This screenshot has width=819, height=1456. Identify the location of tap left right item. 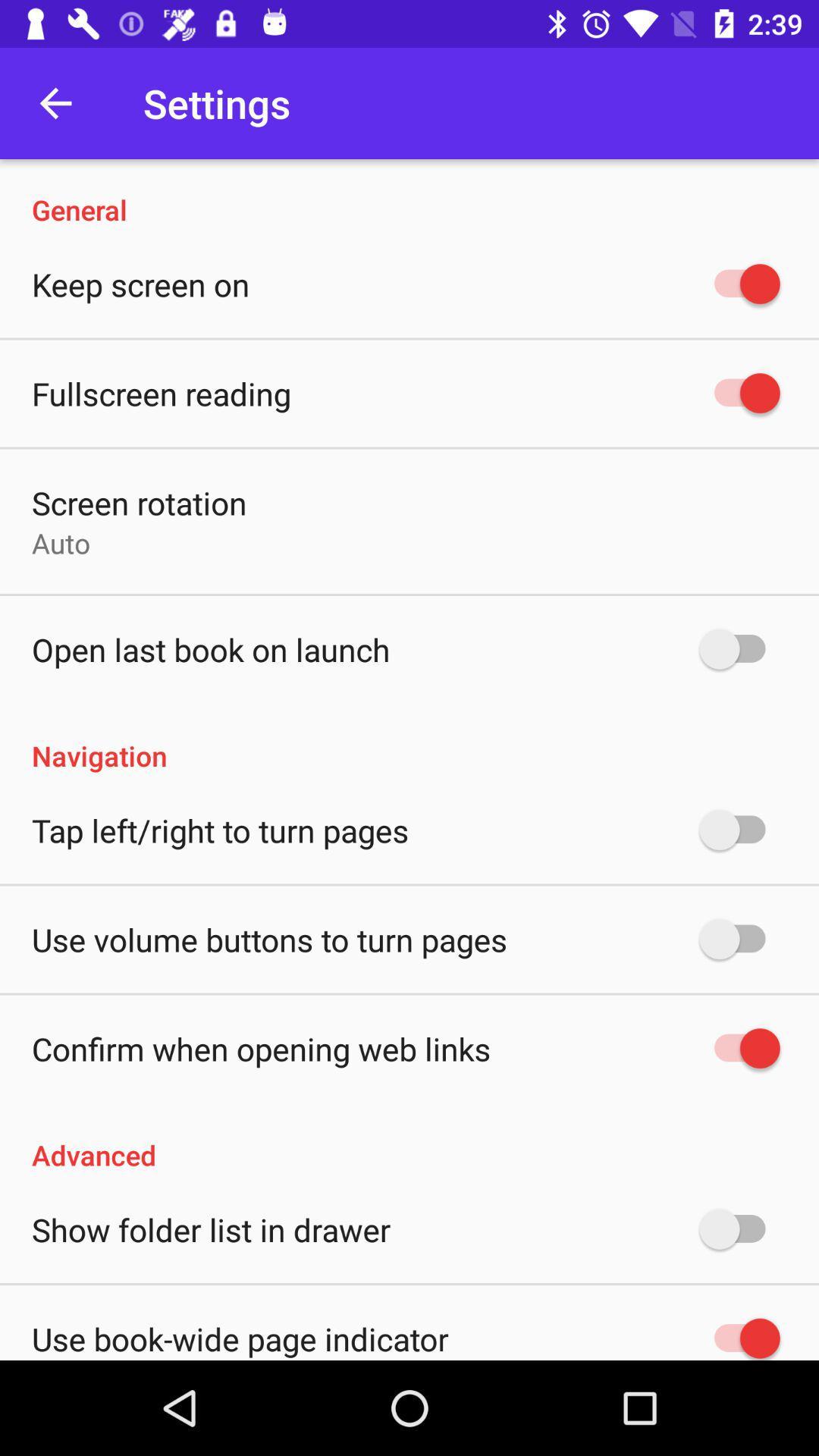
(220, 829).